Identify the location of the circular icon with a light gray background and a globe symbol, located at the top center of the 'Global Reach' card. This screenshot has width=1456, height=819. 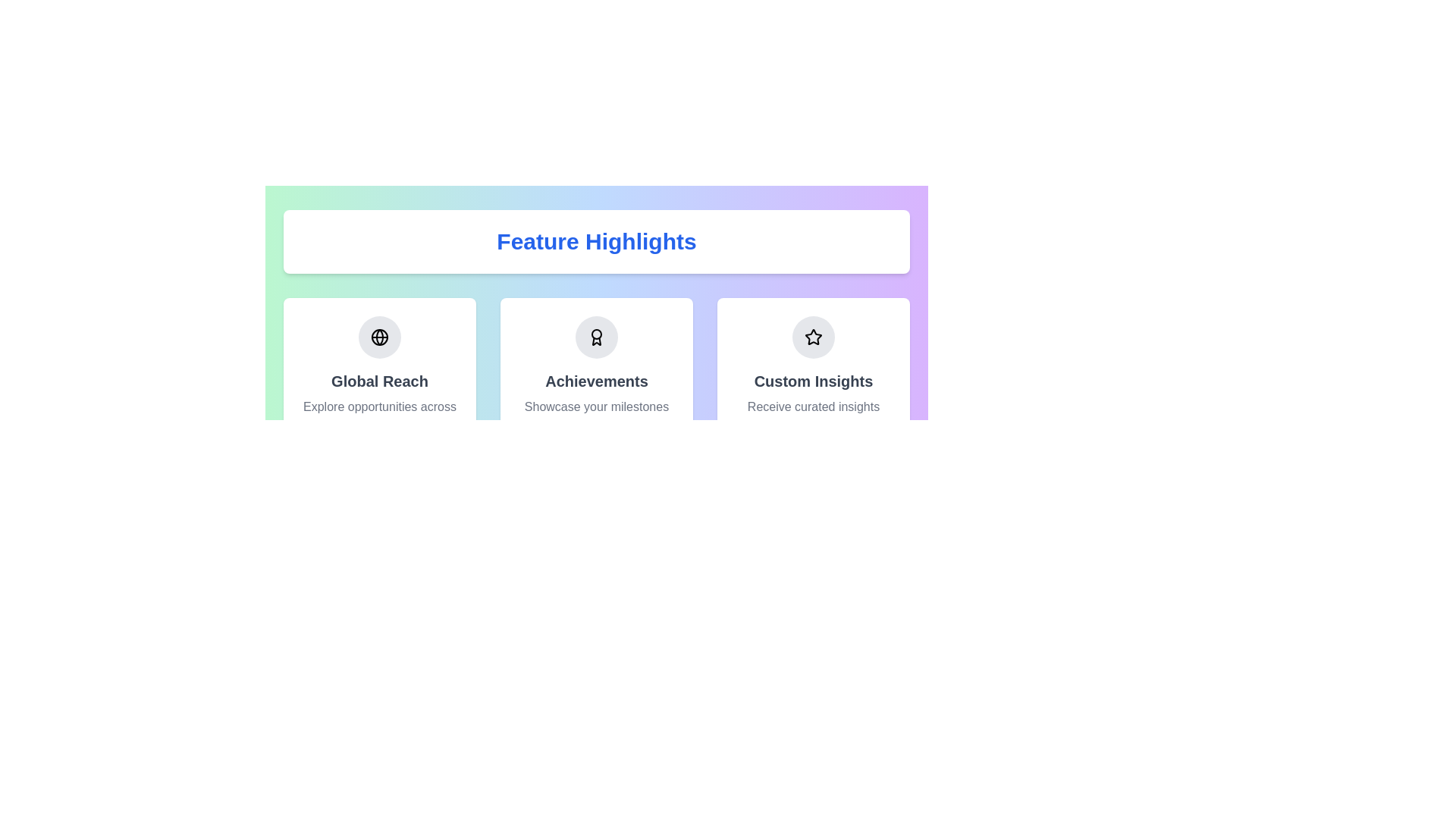
(379, 336).